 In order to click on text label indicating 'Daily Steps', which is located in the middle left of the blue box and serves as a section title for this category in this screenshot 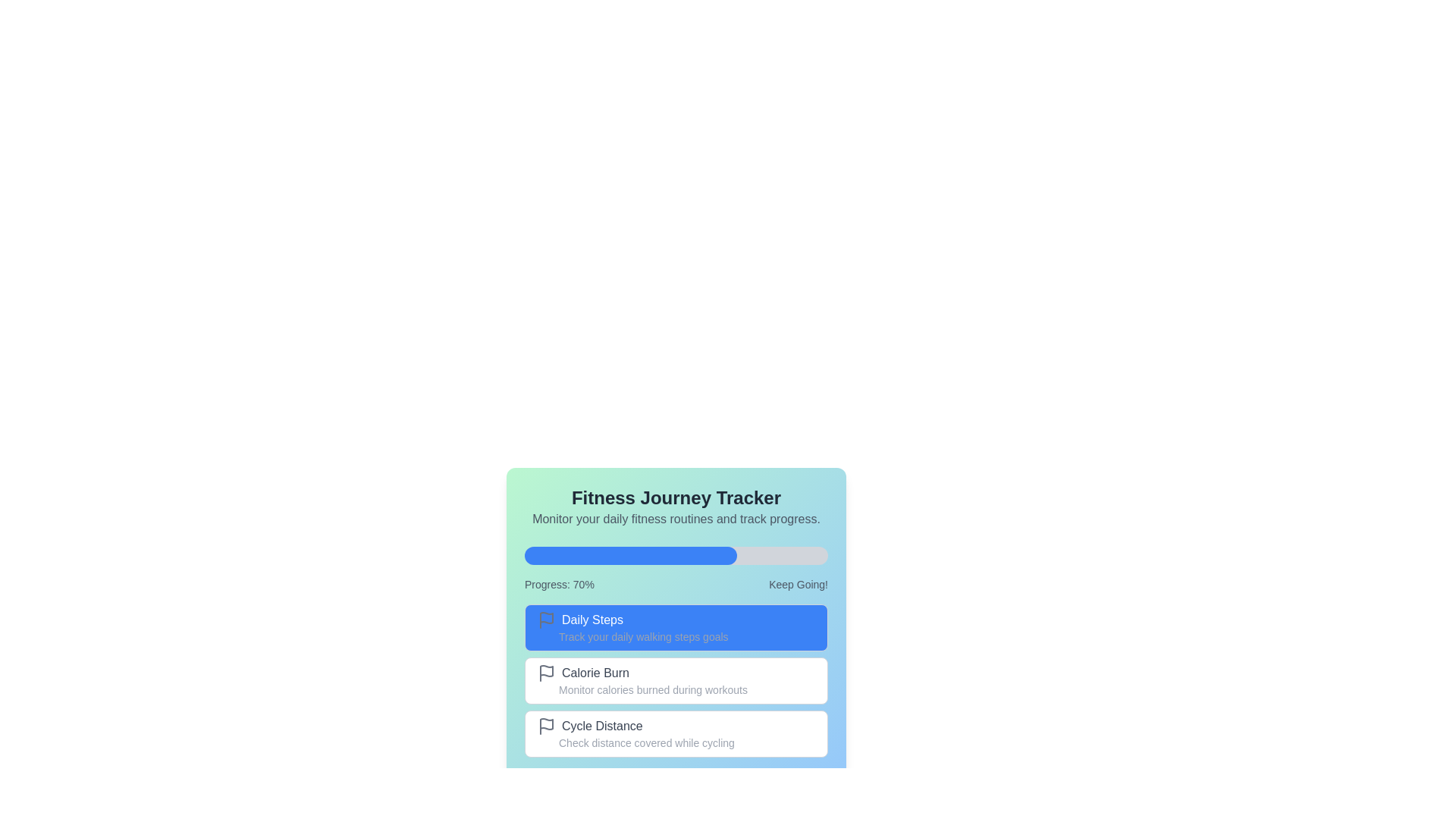, I will do `click(591, 620)`.